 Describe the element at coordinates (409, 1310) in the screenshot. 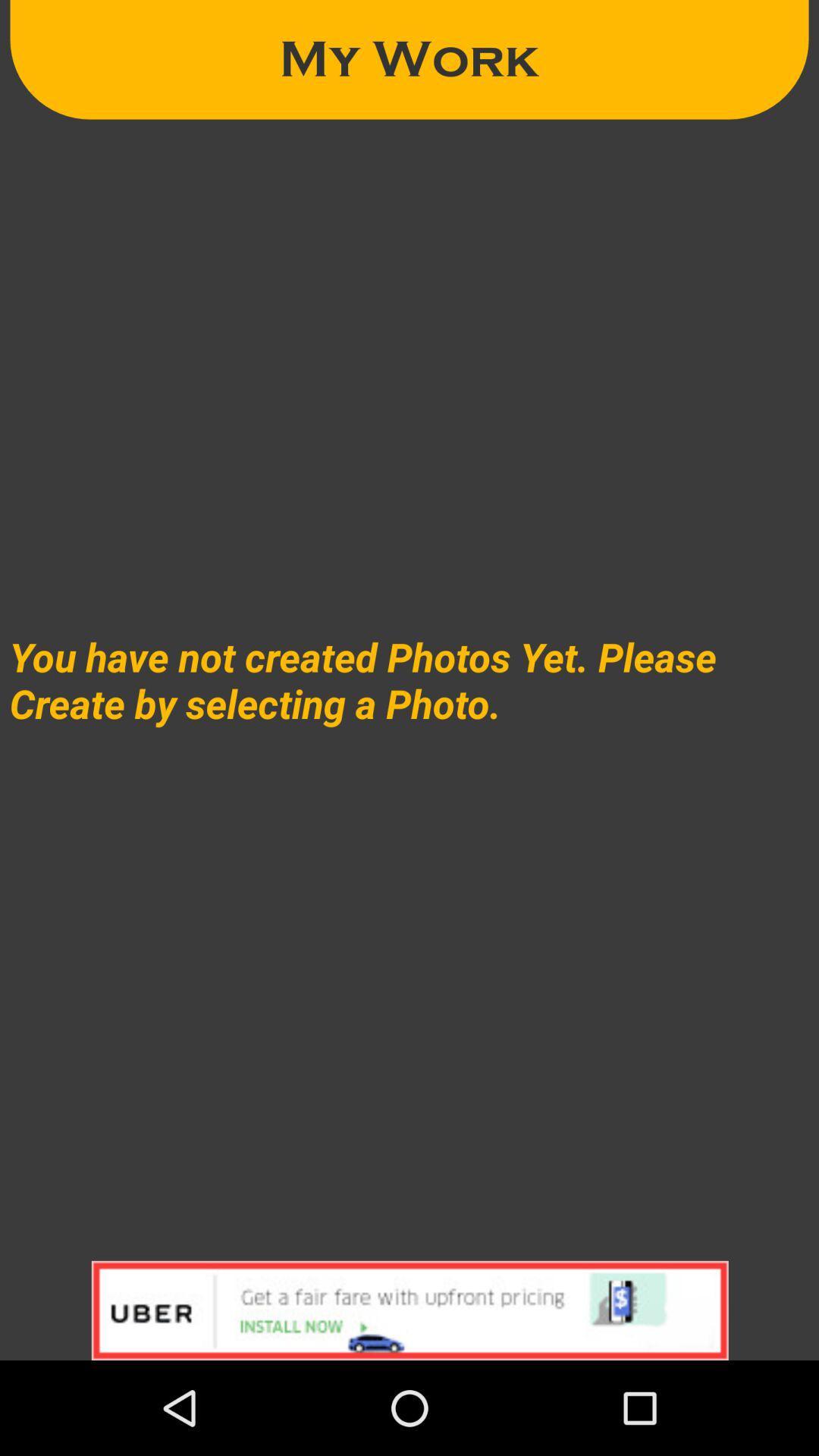

I see `the item at the bottom` at that location.